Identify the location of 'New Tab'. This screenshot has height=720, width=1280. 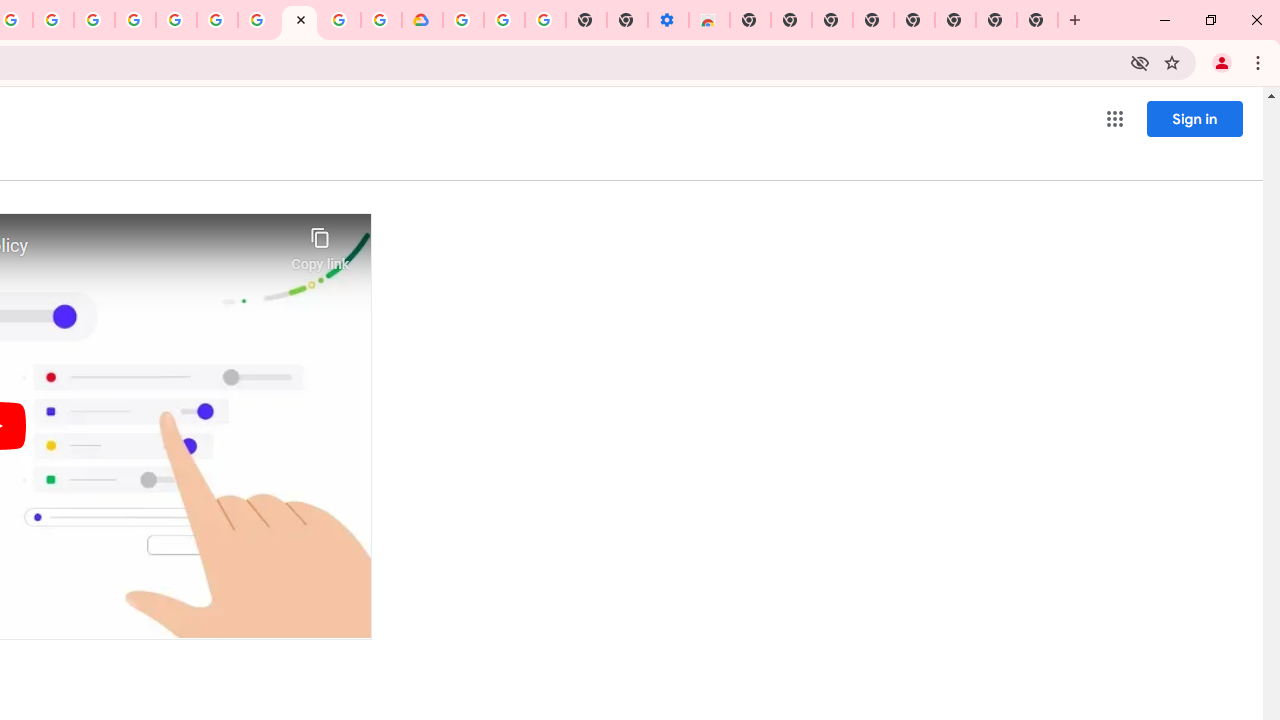
(1038, 20).